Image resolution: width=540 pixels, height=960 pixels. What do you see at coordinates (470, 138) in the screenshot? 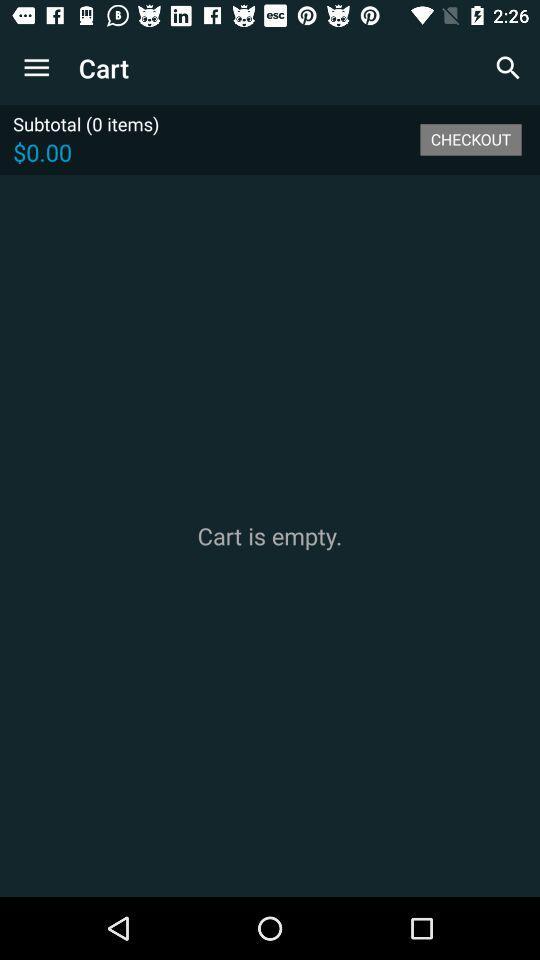
I see `the icon to the right of the subtotal (0 items)` at bounding box center [470, 138].